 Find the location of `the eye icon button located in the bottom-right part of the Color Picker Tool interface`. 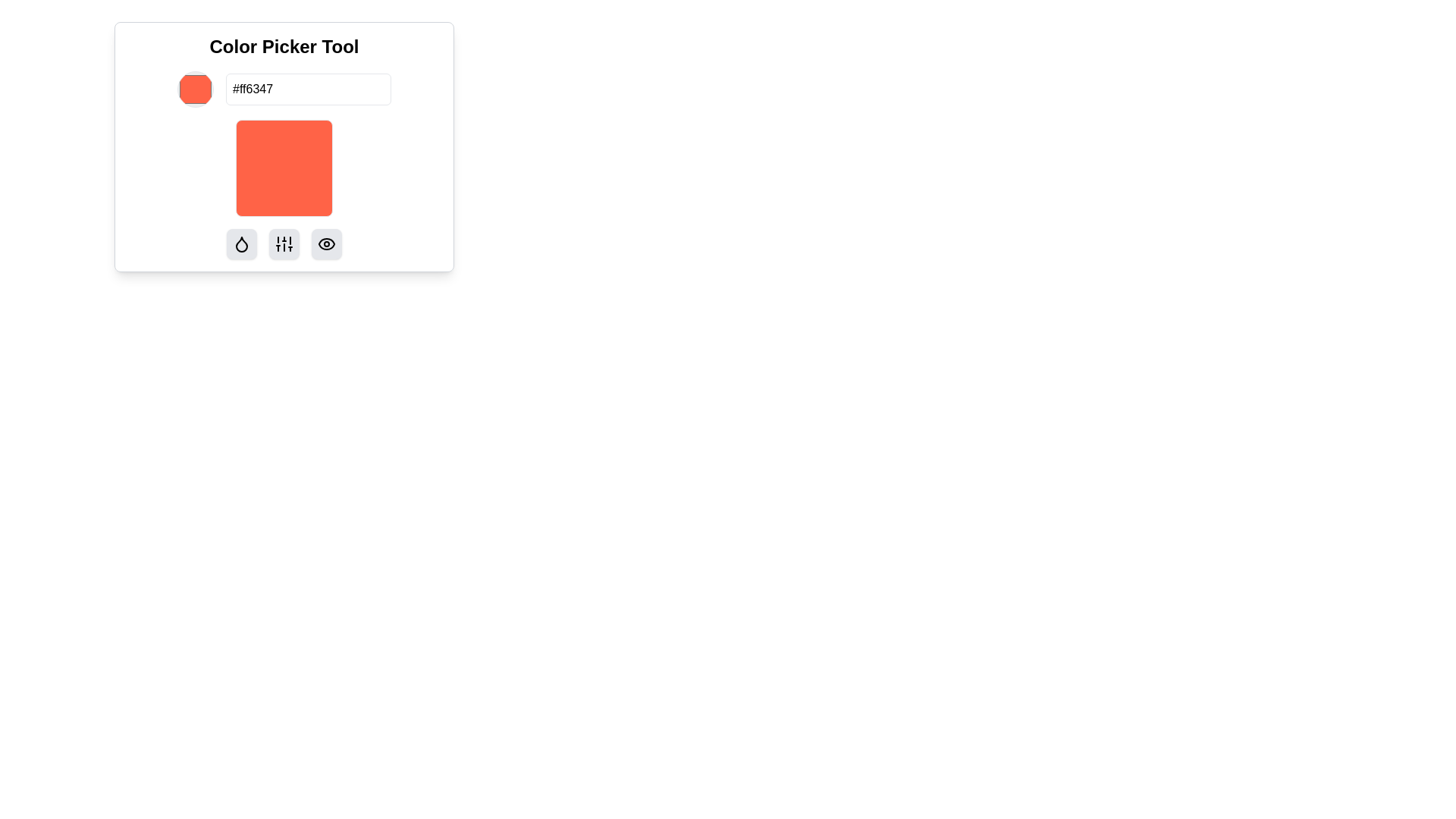

the eye icon button located in the bottom-right part of the Color Picker Tool interface is located at coordinates (326, 243).